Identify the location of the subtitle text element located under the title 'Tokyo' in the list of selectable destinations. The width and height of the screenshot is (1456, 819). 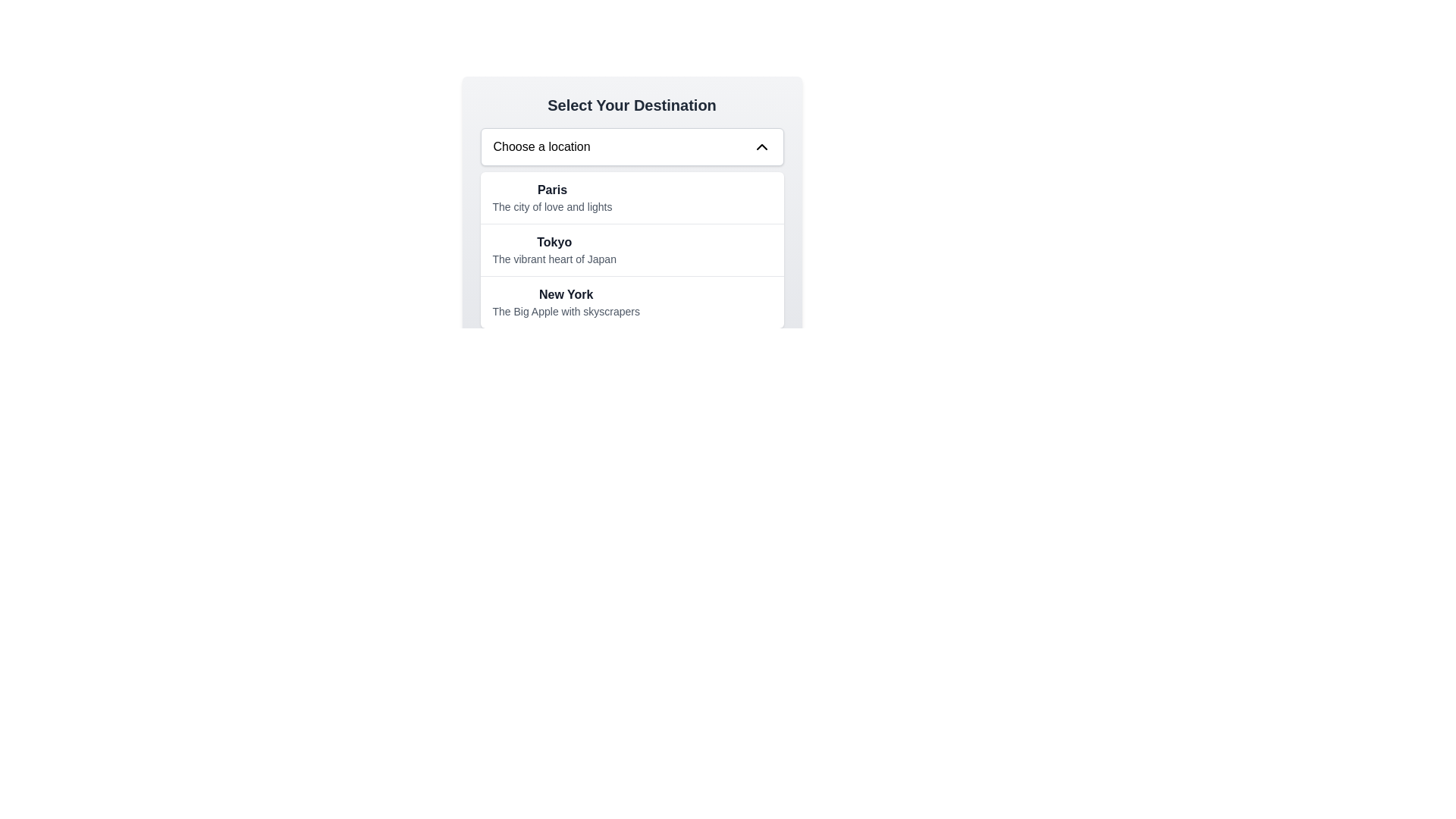
(554, 259).